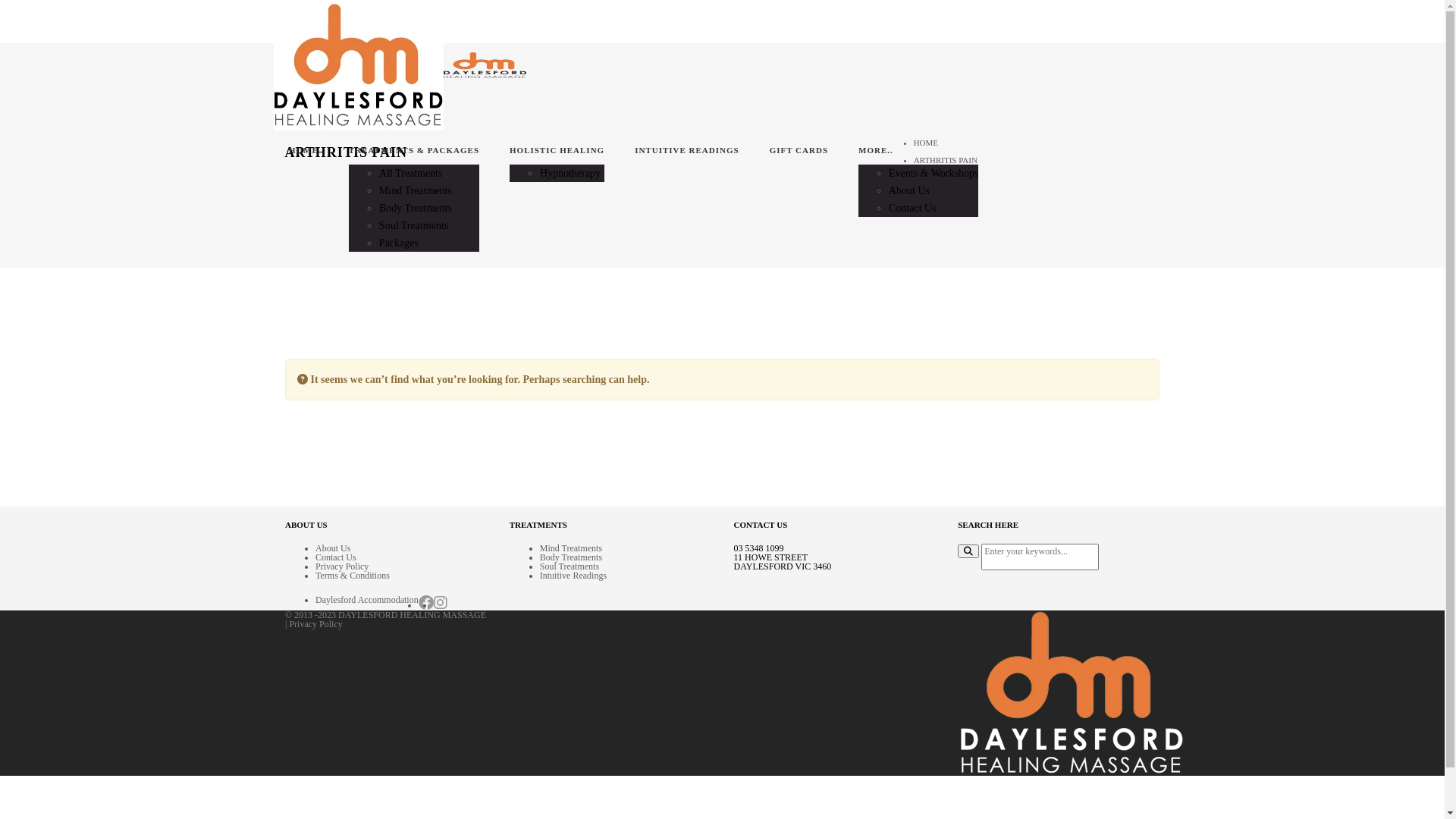  I want to click on 'Terms & Conditions', so click(352, 576).